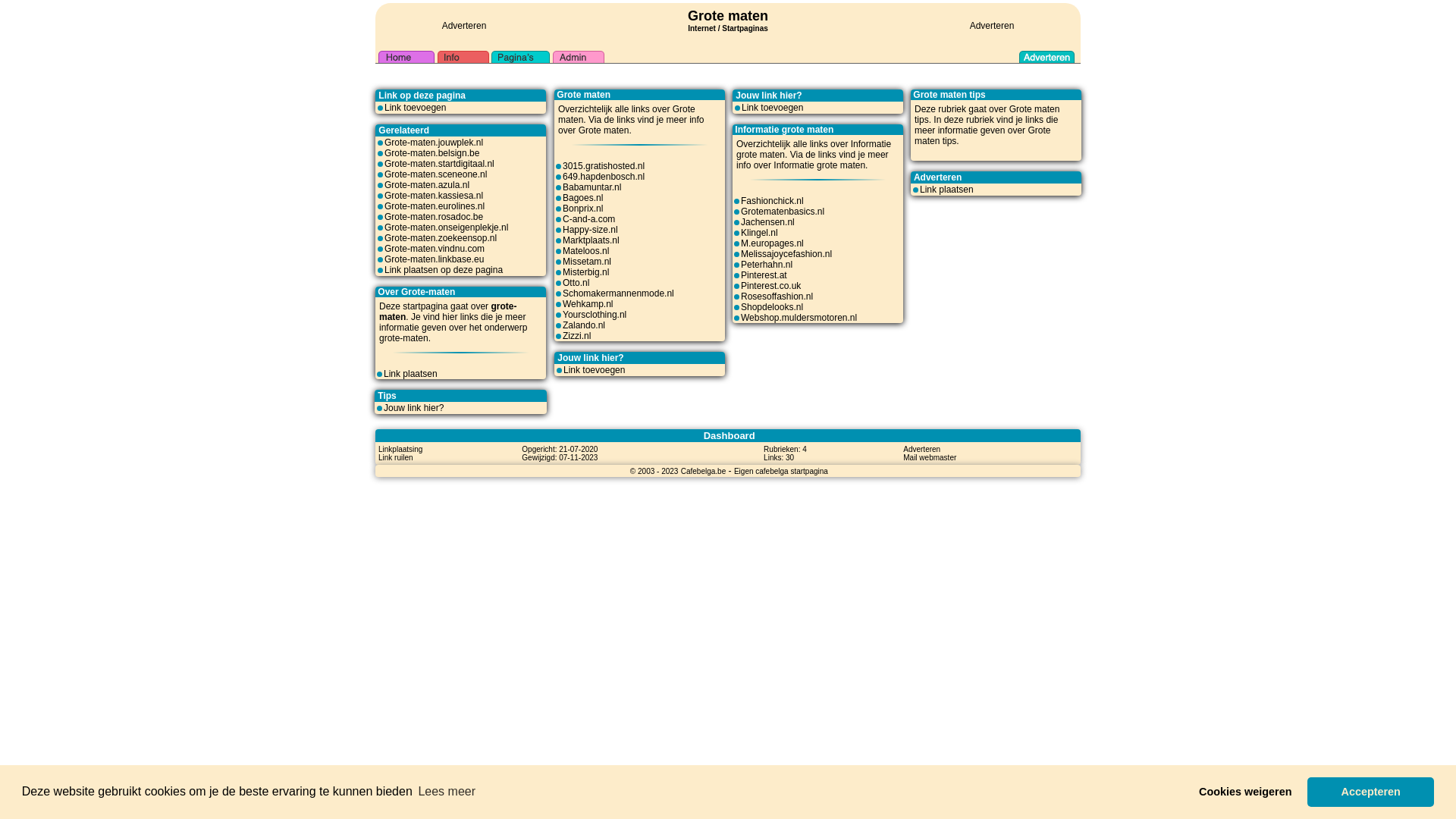  What do you see at coordinates (741, 233) in the screenshot?
I see `'Klingel.nl'` at bounding box center [741, 233].